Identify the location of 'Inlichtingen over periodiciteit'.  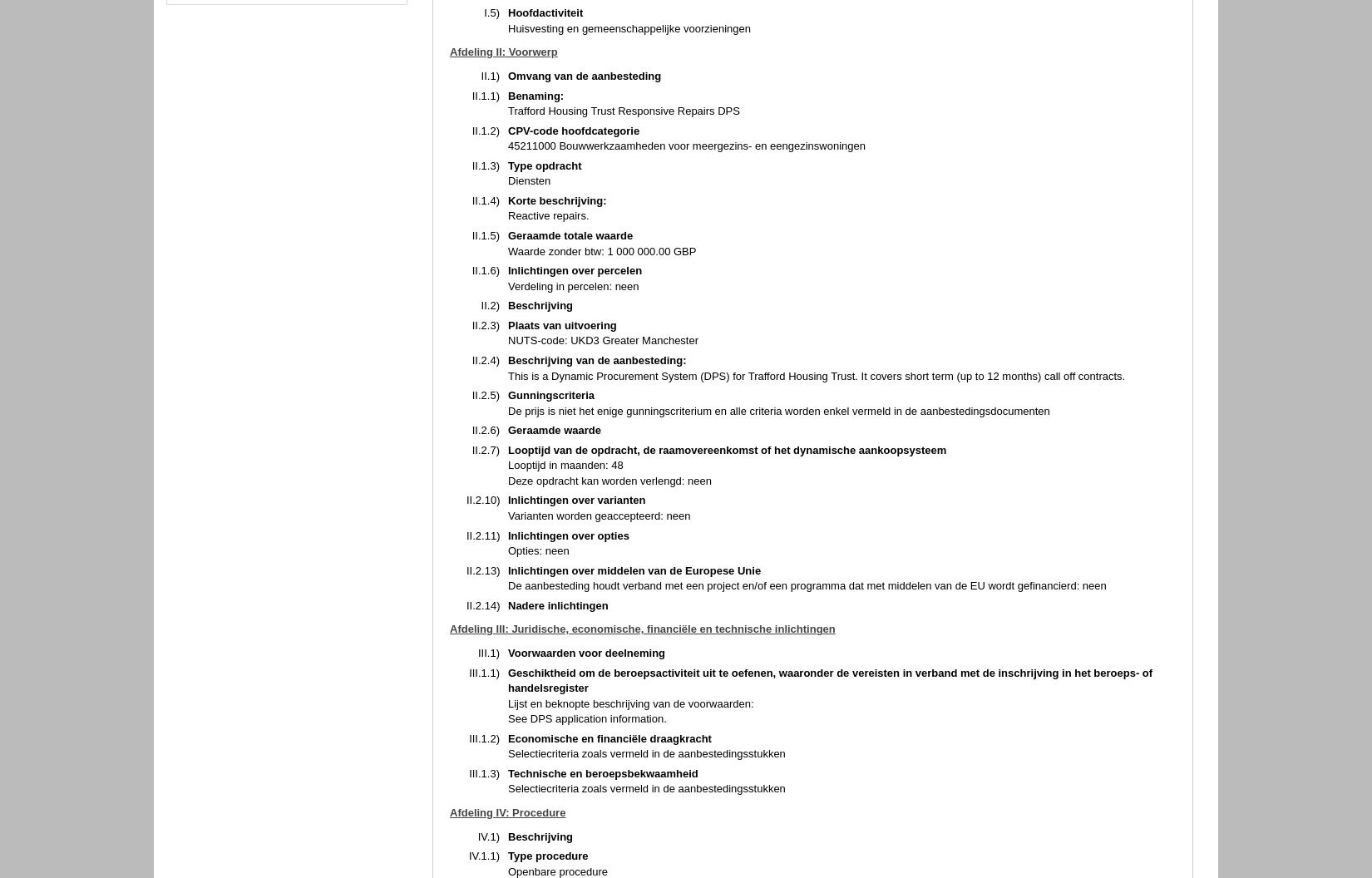
(582, 201).